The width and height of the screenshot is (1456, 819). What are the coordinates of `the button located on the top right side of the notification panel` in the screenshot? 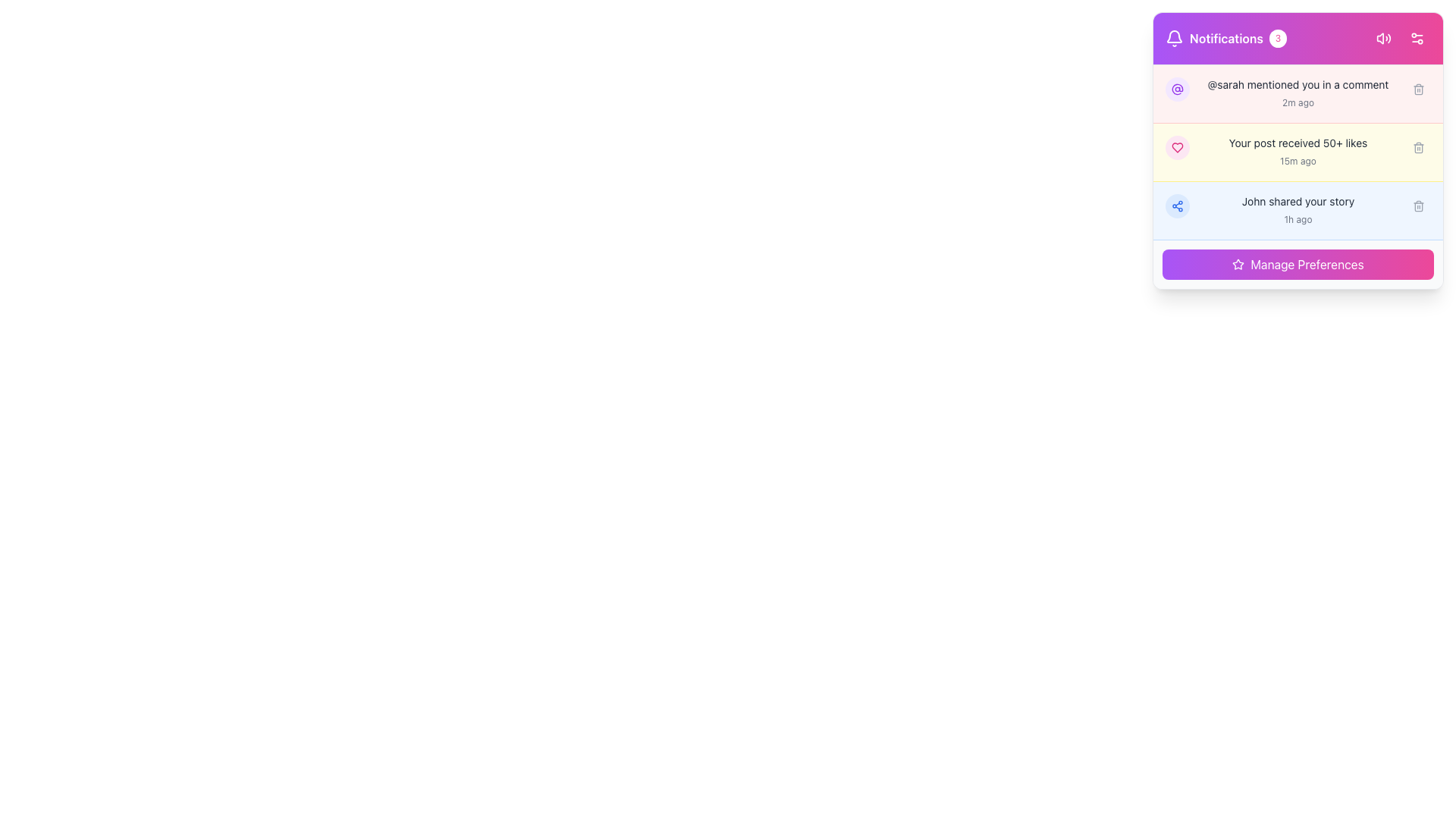 It's located at (1416, 37).